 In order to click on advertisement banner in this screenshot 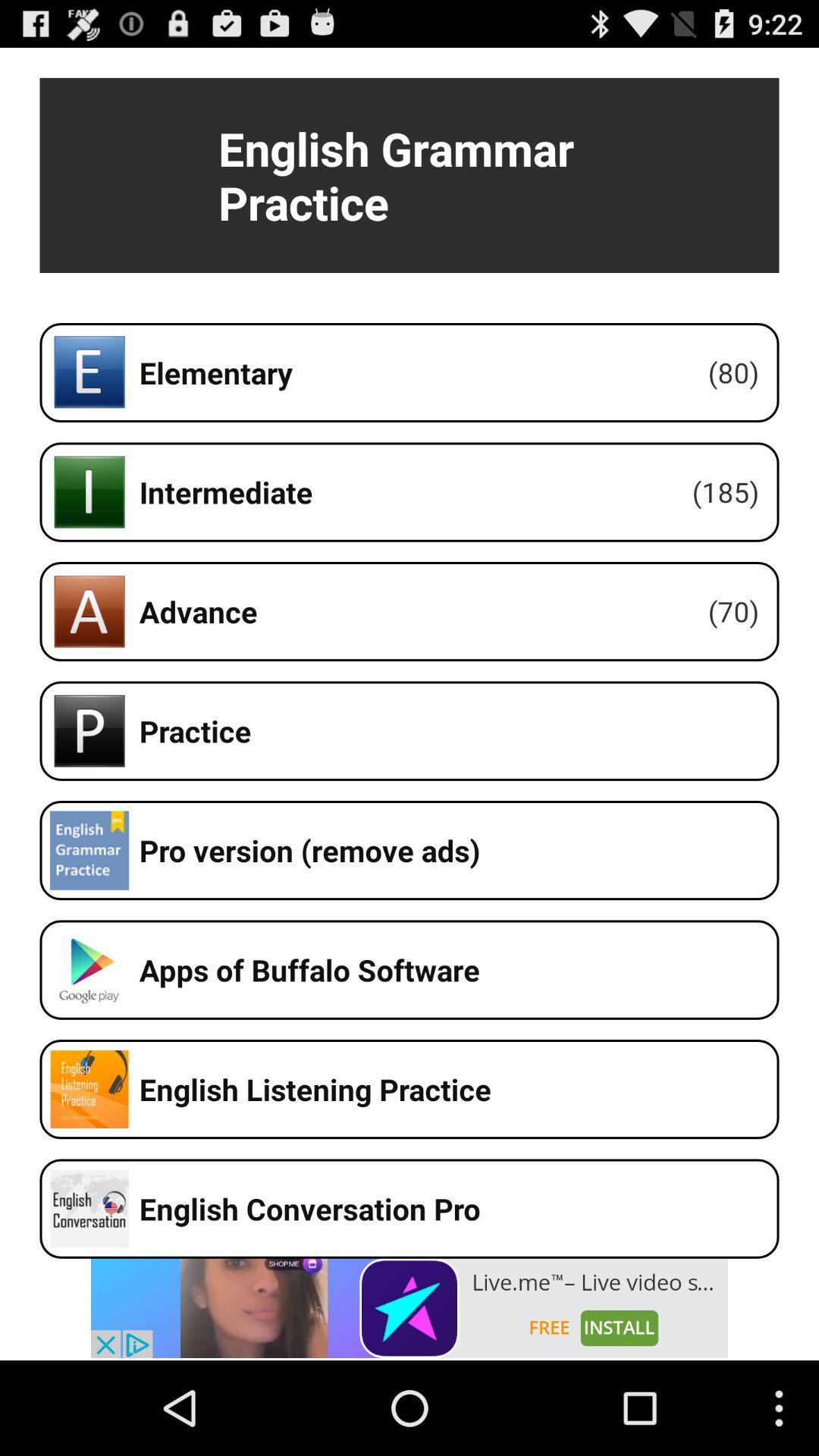, I will do `click(409, 1307)`.